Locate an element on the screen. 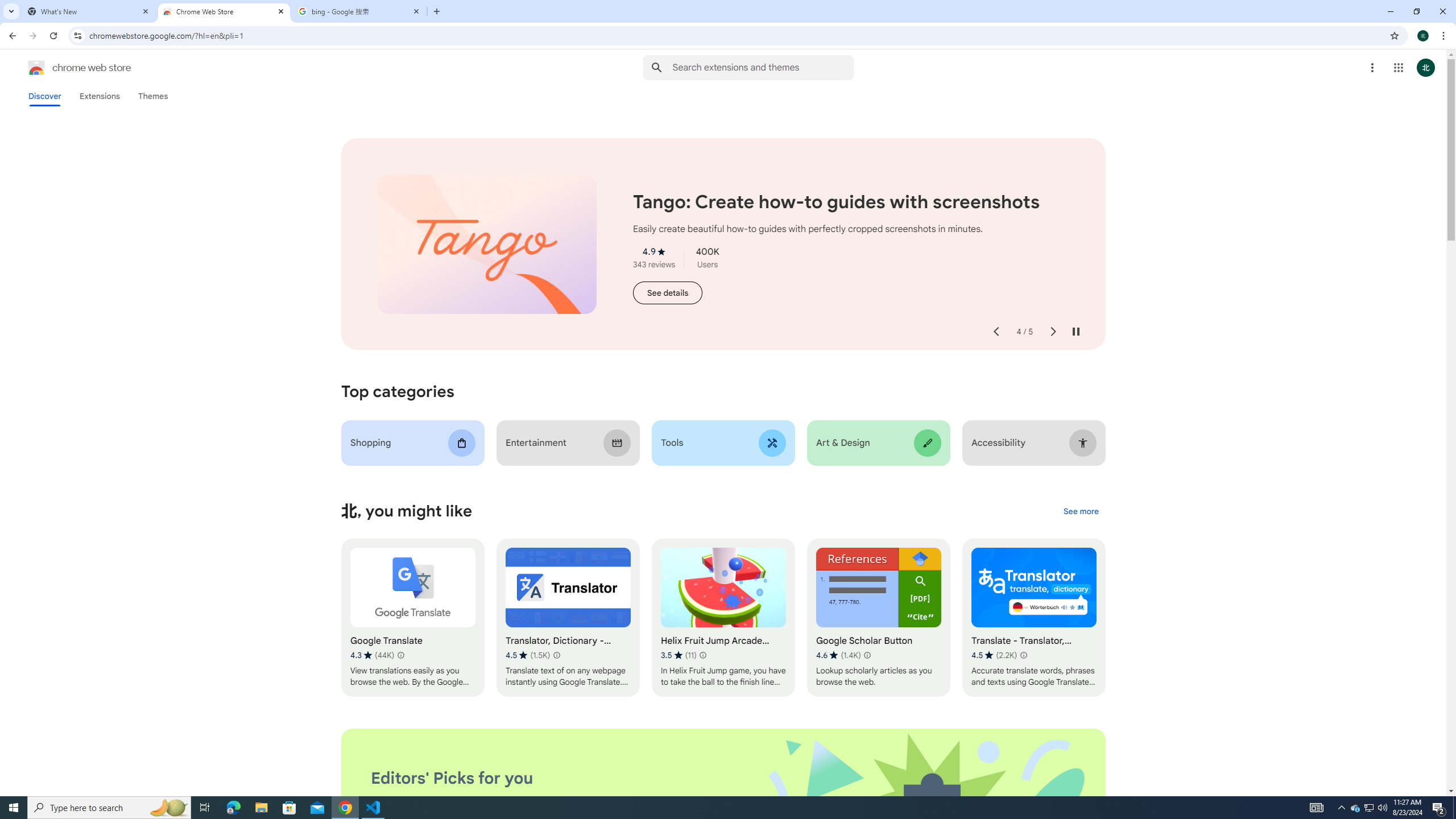  'Chrome Web Store' is located at coordinates (224, 11).